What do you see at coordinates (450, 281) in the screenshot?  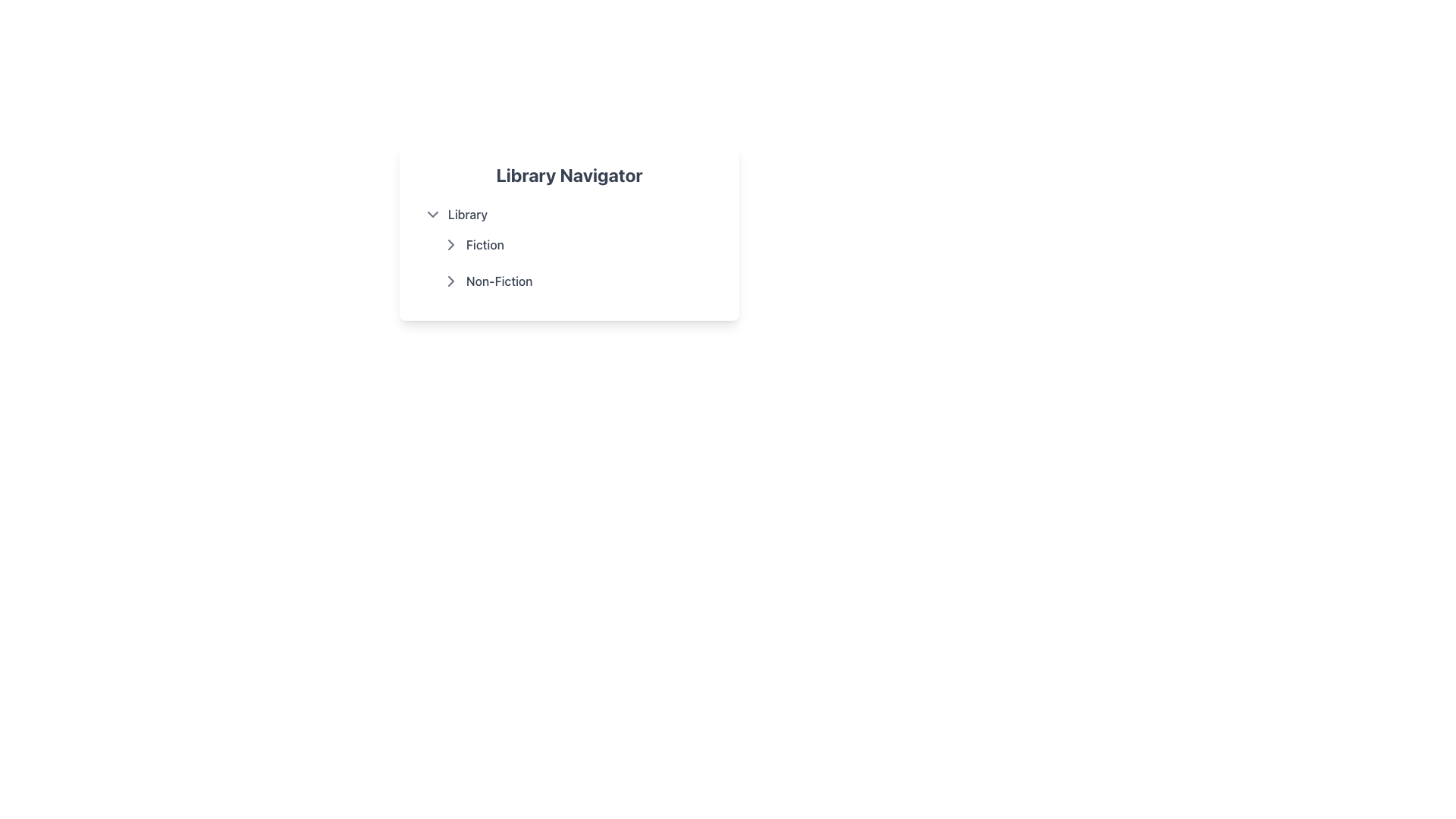 I see `the small chevron SVG icon styled with a rightward arrow, positioned next to the 'Fiction' text in the 'Library' section of the navigation system` at bounding box center [450, 281].